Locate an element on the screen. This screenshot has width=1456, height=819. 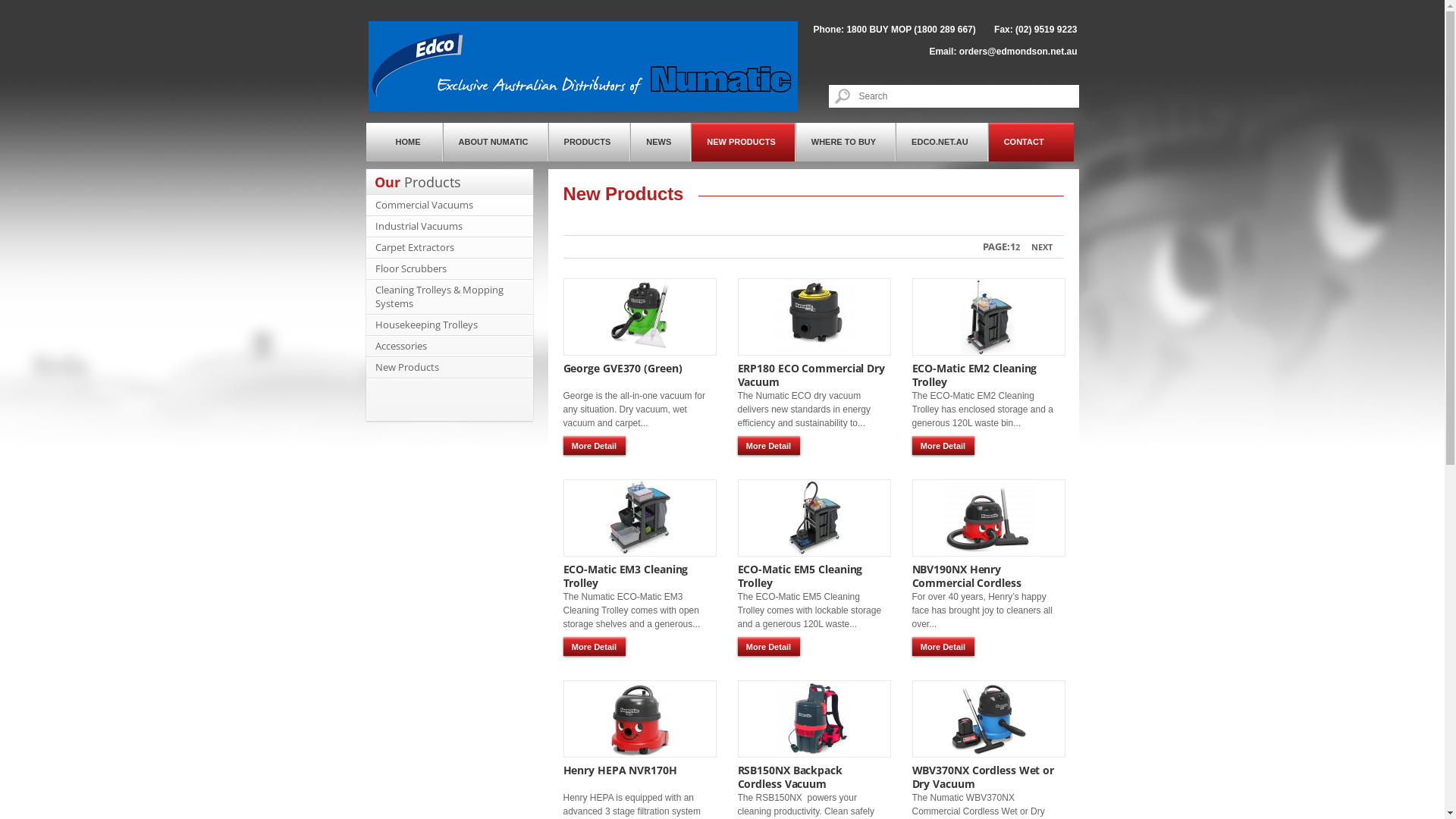
'CONTACT' is located at coordinates (1031, 142).